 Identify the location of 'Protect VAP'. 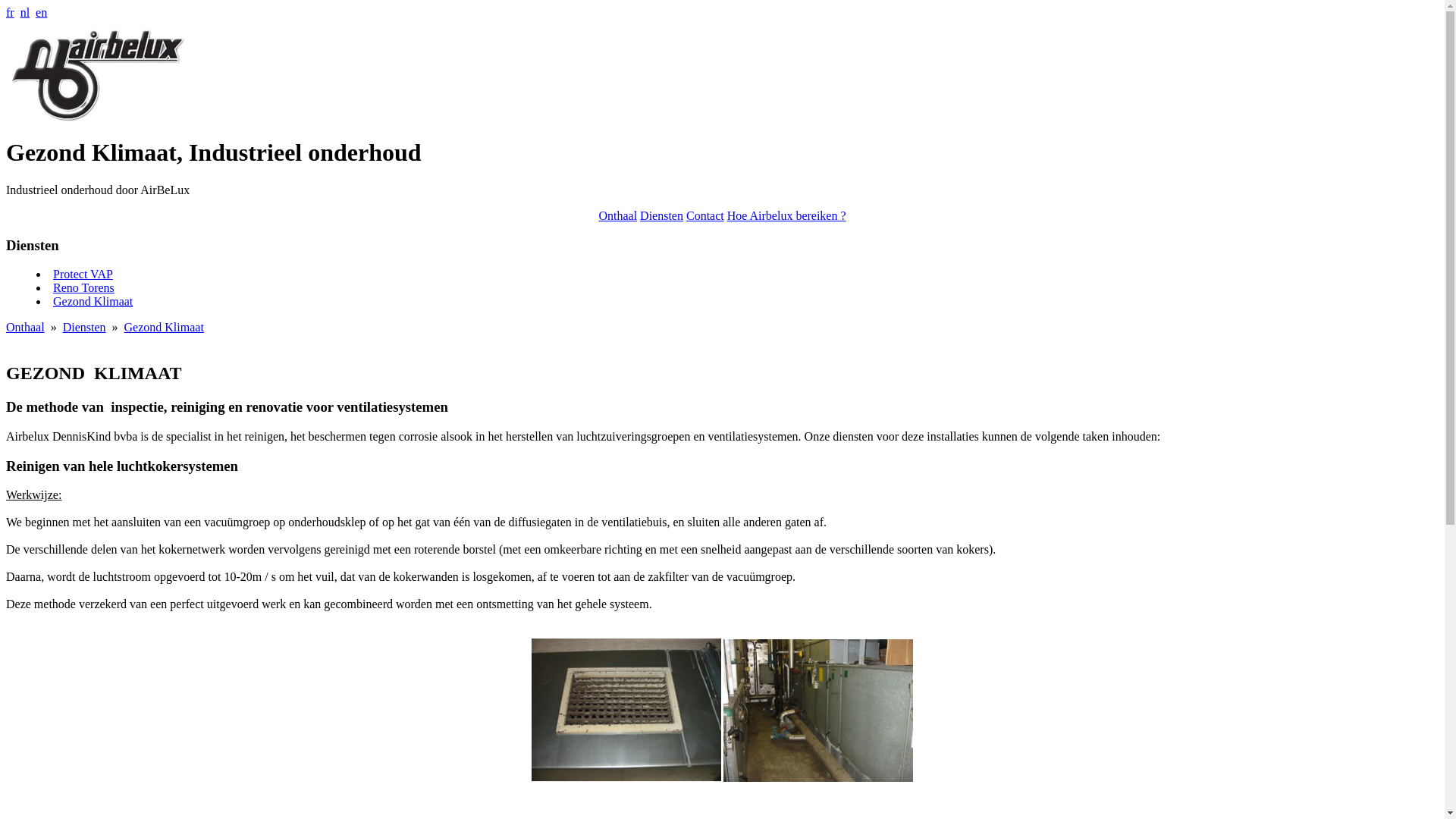
(82, 274).